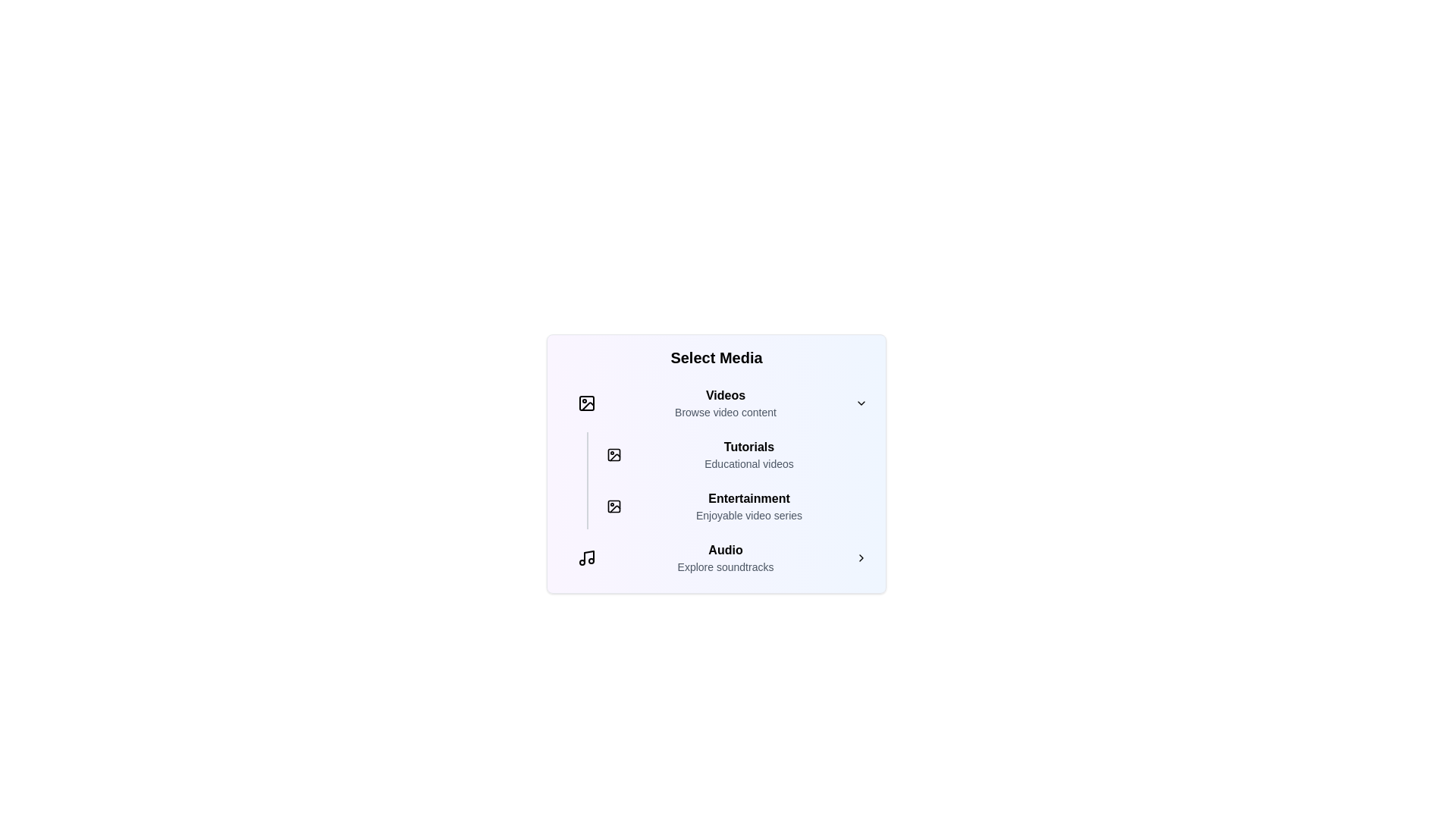 The width and height of the screenshot is (1456, 819). What do you see at coordinates (861, 558) in the screenshot?
I see `the chevron-right icon located at the far right of the 'AudioExplore soundtracks' section` at bounding box center [861, 558].